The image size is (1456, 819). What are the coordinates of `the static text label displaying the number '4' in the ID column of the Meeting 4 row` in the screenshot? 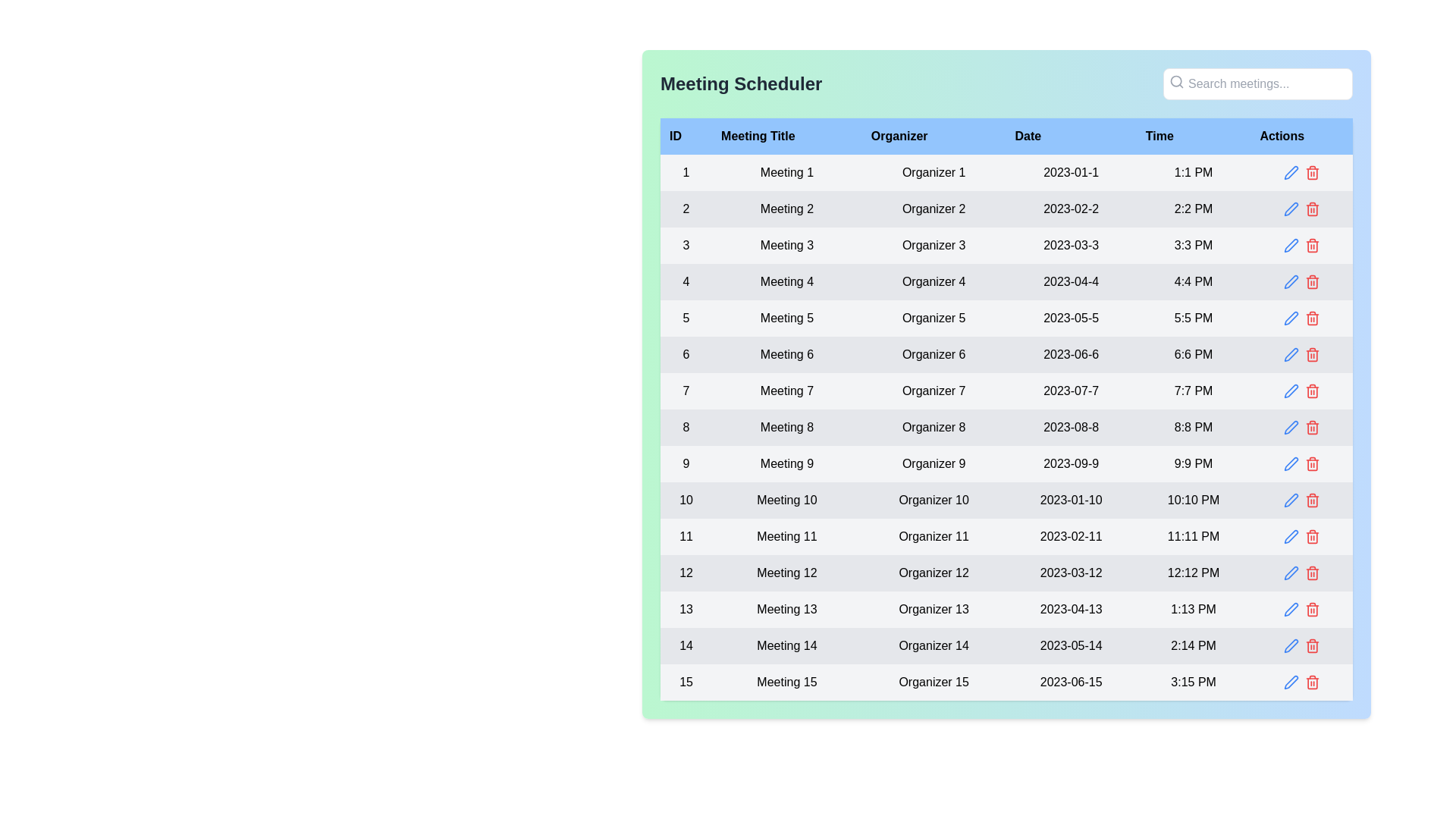 It's located at (686, 281).